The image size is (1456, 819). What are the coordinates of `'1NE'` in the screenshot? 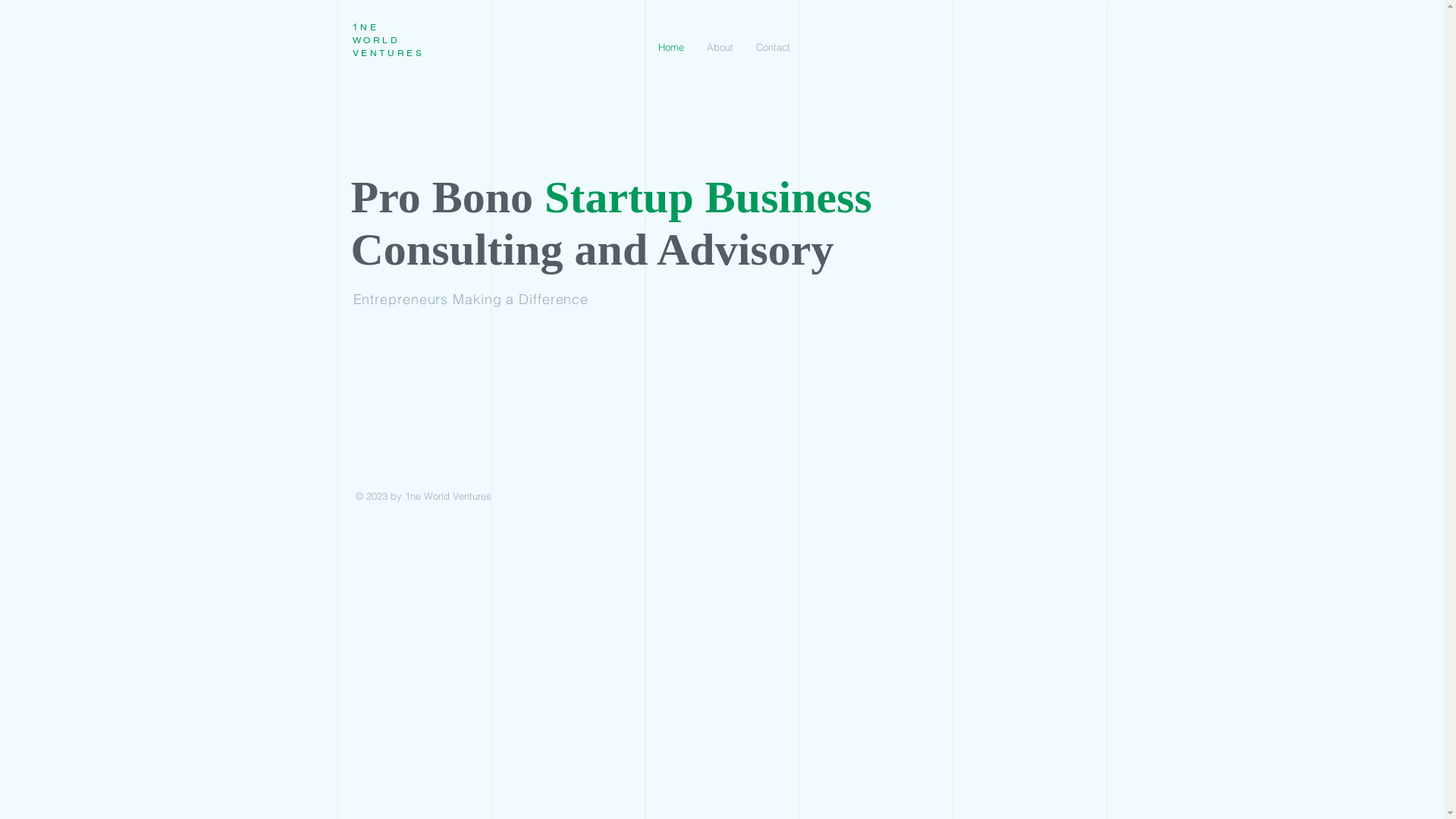 It's located at (365, 27).